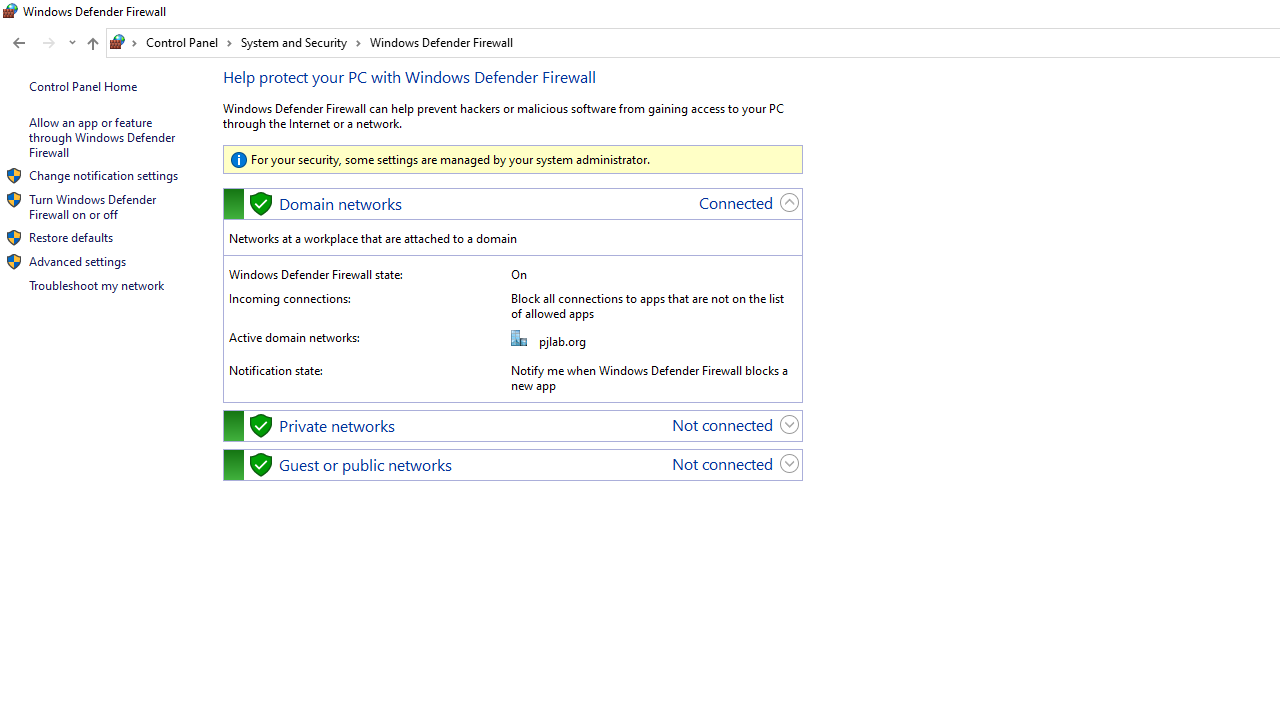 The image size is (1280, 720). What do you see at coordinates (93, 206) in the screenshot?
I see `'Turn Windows Defender Firewall on or off'` at bounding box center [93, 206].